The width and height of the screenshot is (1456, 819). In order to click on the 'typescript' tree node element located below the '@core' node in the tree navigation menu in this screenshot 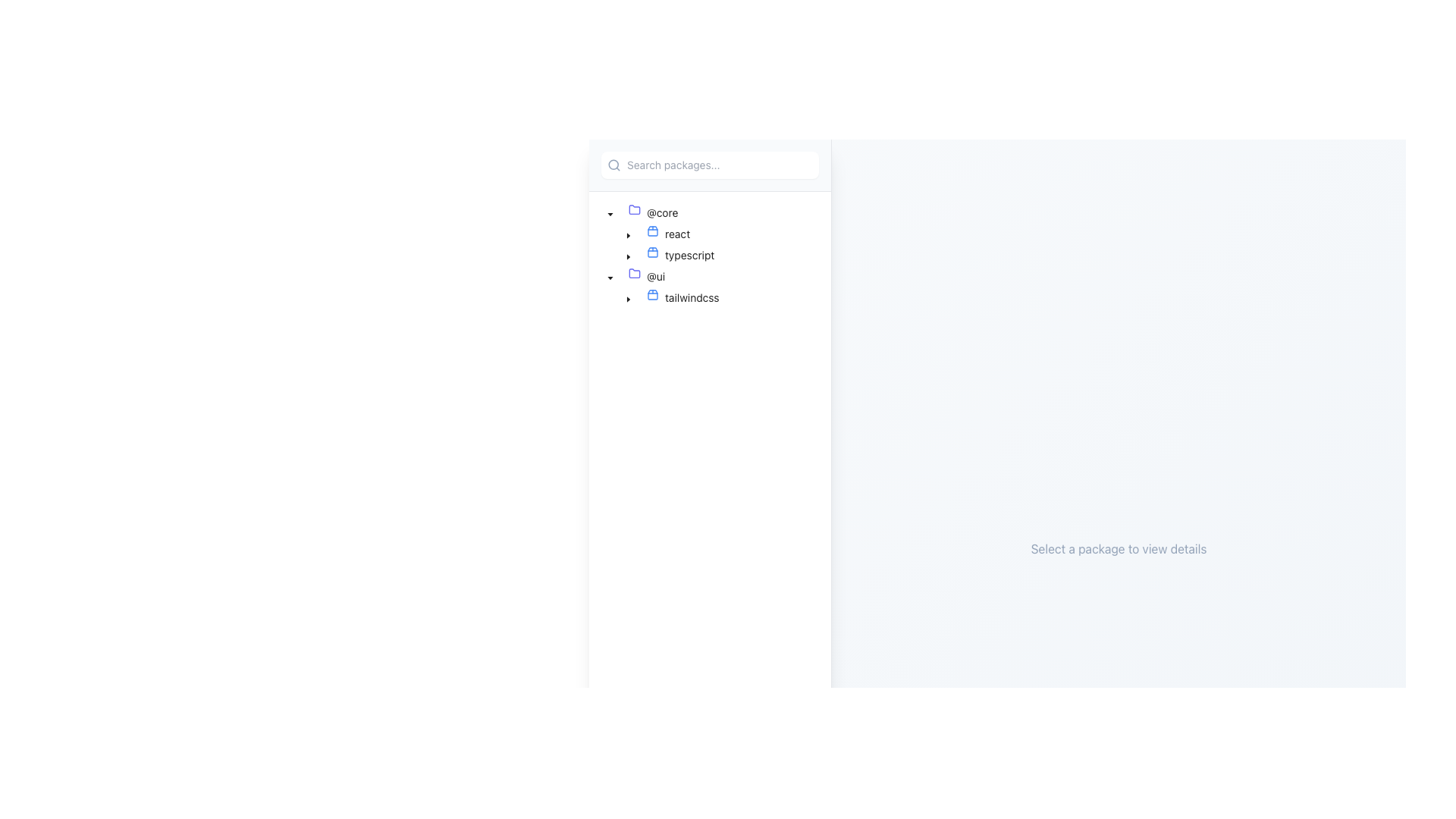, I will do `click(679, 254)`.